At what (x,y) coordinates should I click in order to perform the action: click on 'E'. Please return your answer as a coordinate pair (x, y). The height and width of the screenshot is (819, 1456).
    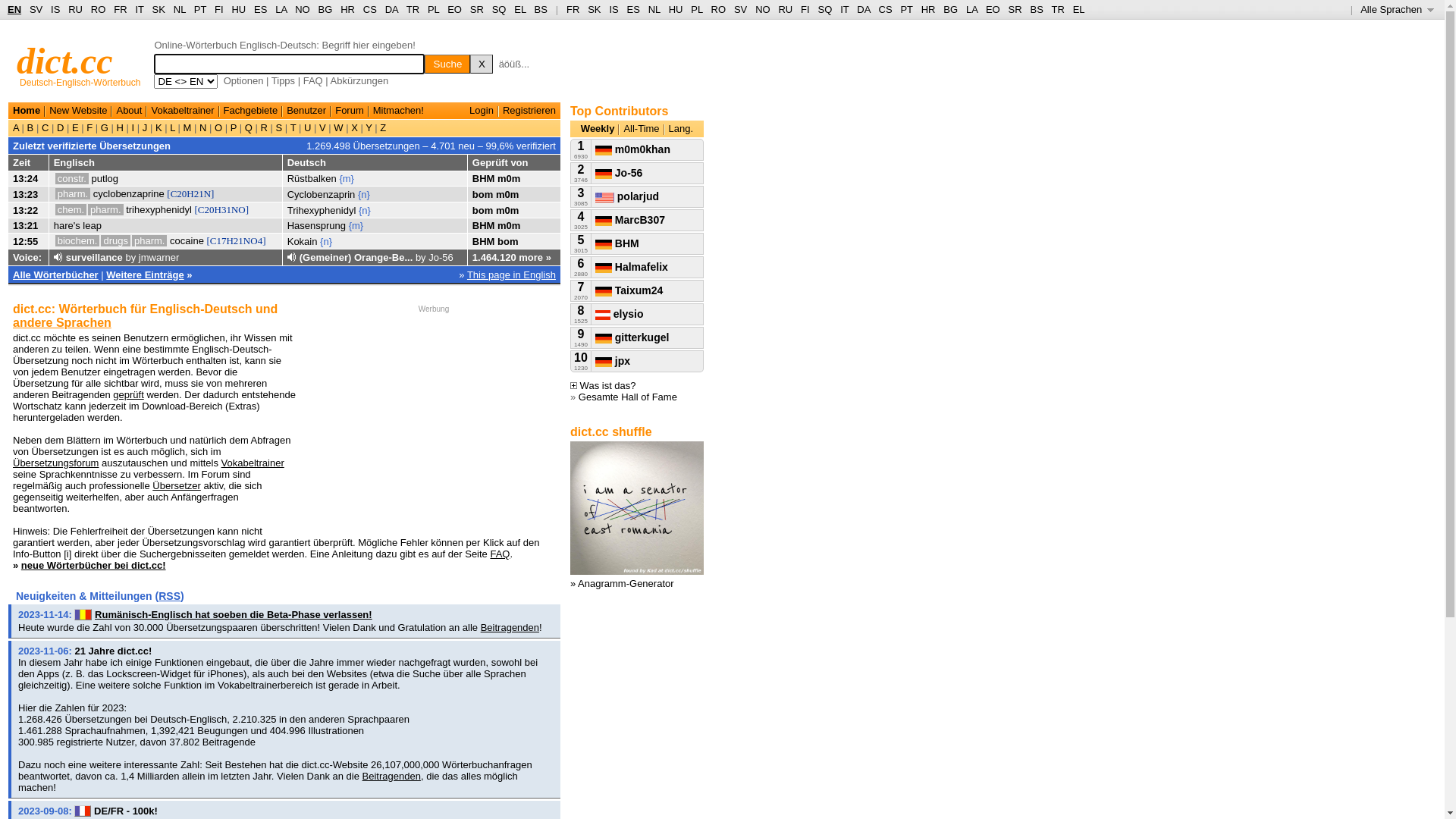
    Looking at the image, I should click on (74, 127).